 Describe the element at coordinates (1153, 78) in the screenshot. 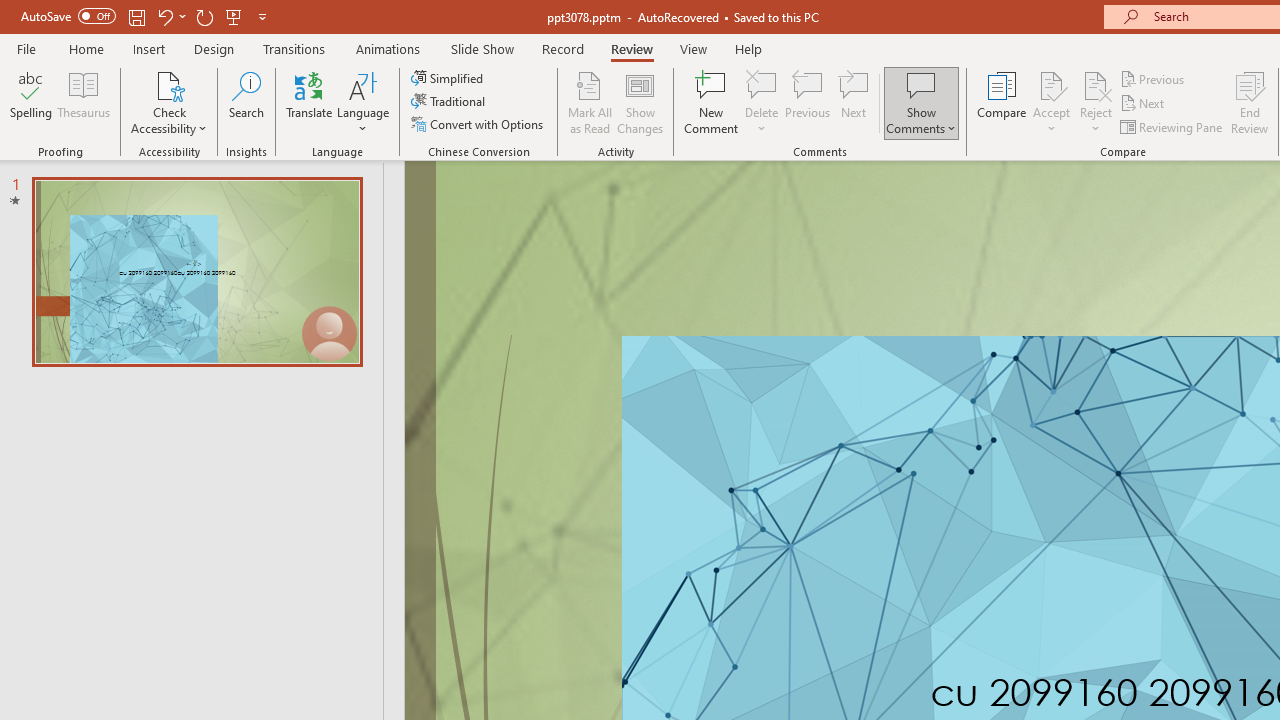

I see `'Previous'` at that location.